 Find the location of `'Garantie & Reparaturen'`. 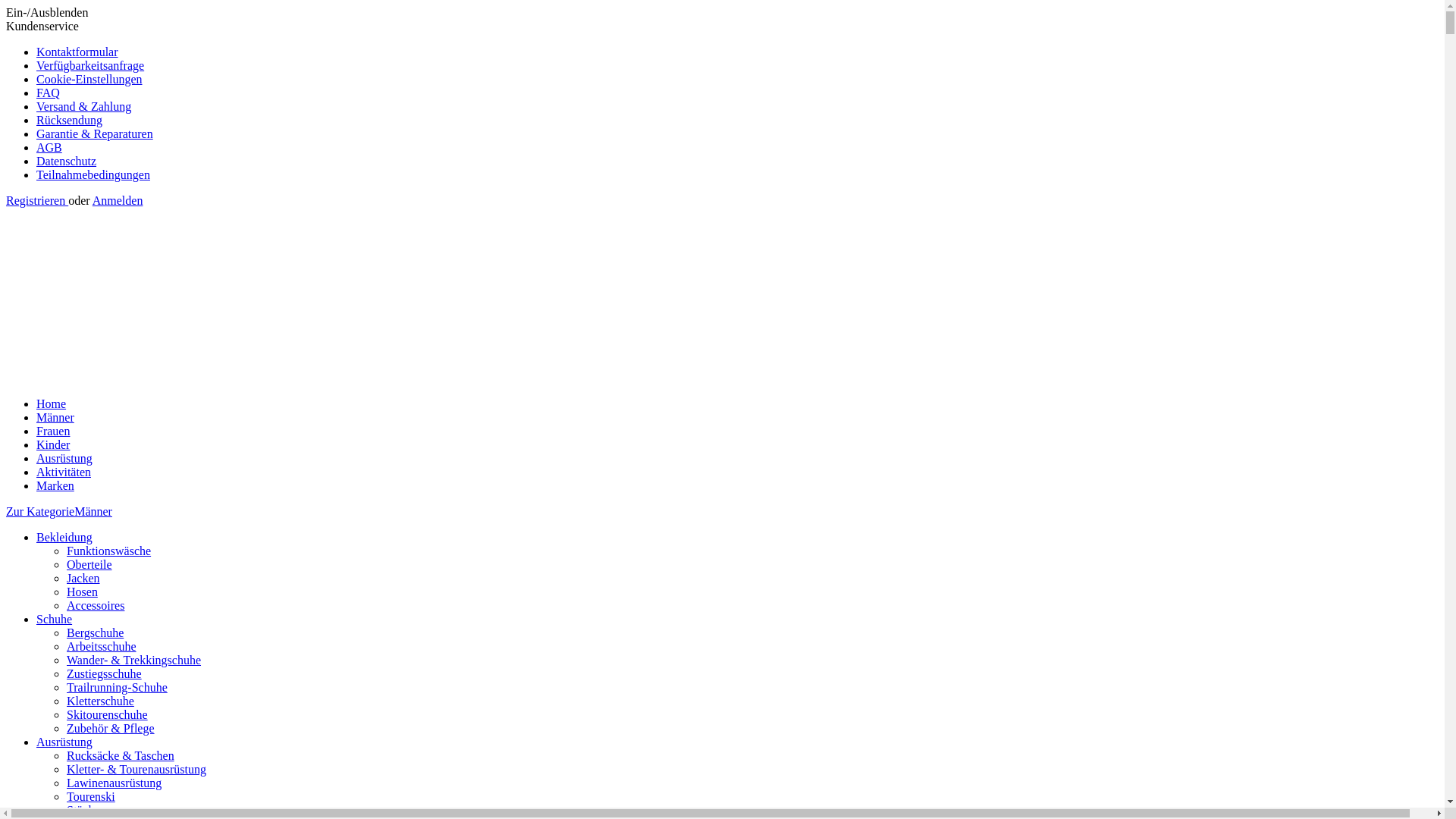

'Garantie & Reparaturen' is located at coordinates (93, 133).